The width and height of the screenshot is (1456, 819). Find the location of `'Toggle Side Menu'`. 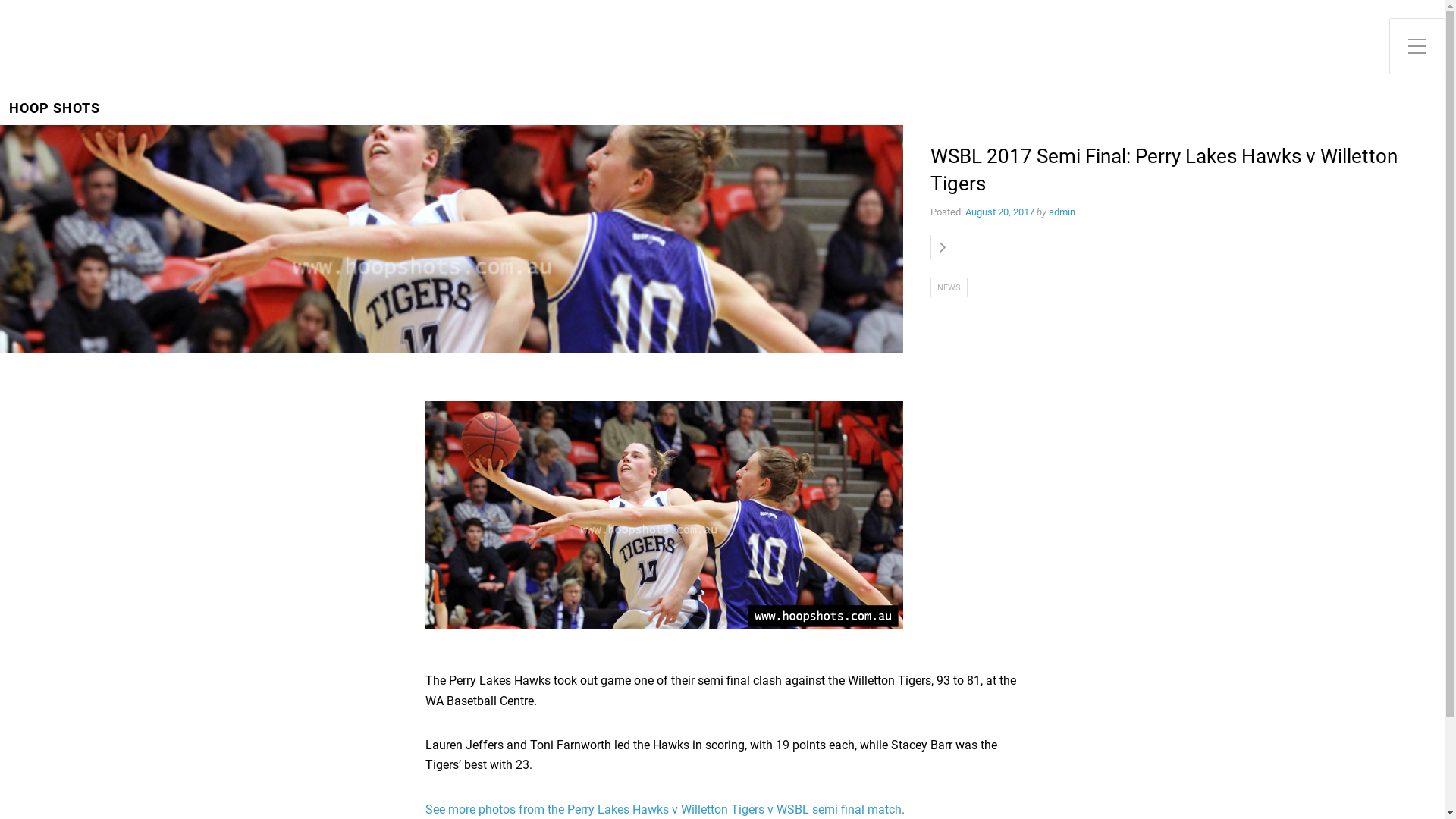

'Toggle Side Menu' is located at coordinates (1416, 45).